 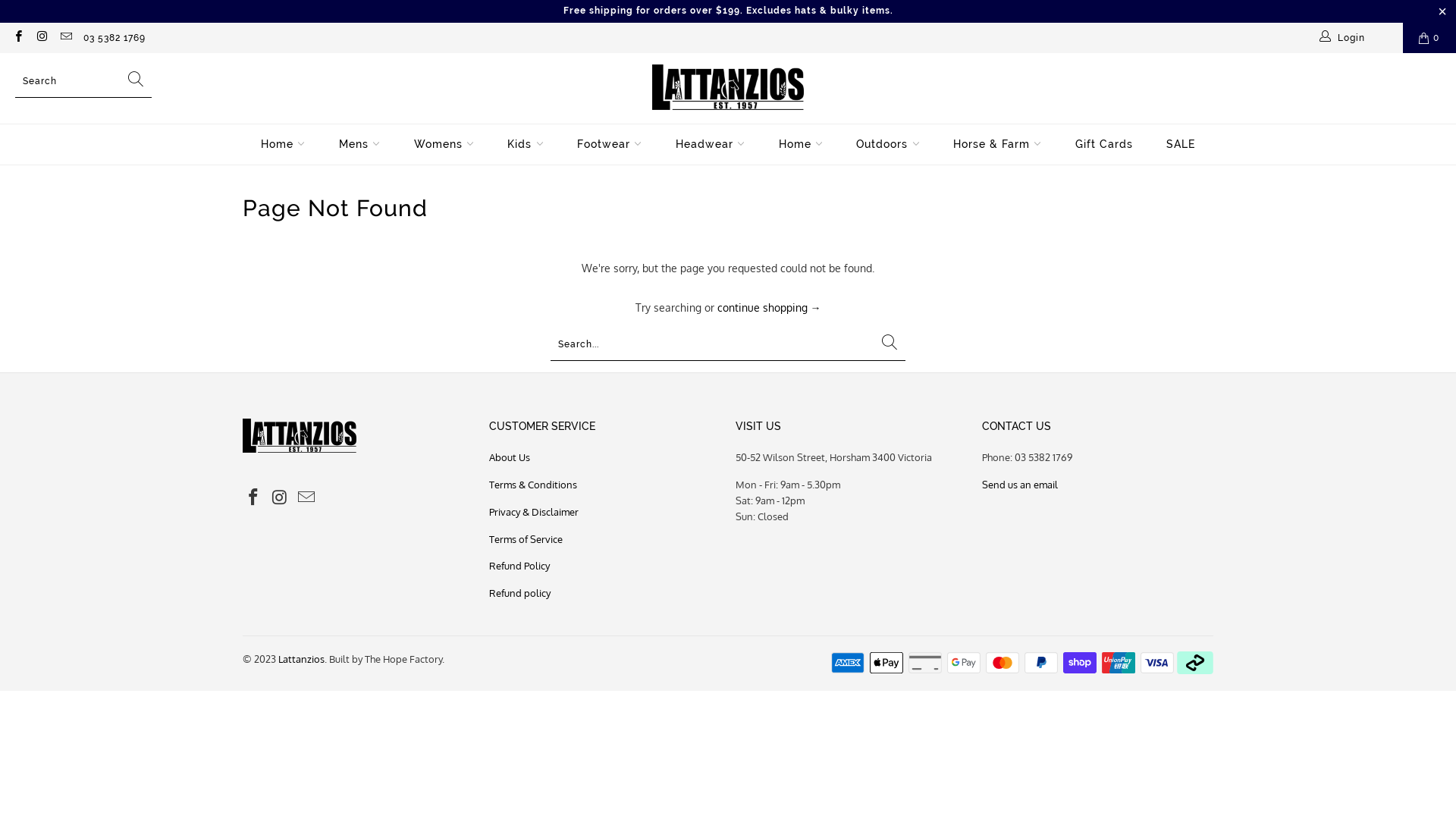 What do you see at coordinates (278, 657) in the screenshot?
I see `'Lattanzios'` at bounding box center [278, 657].